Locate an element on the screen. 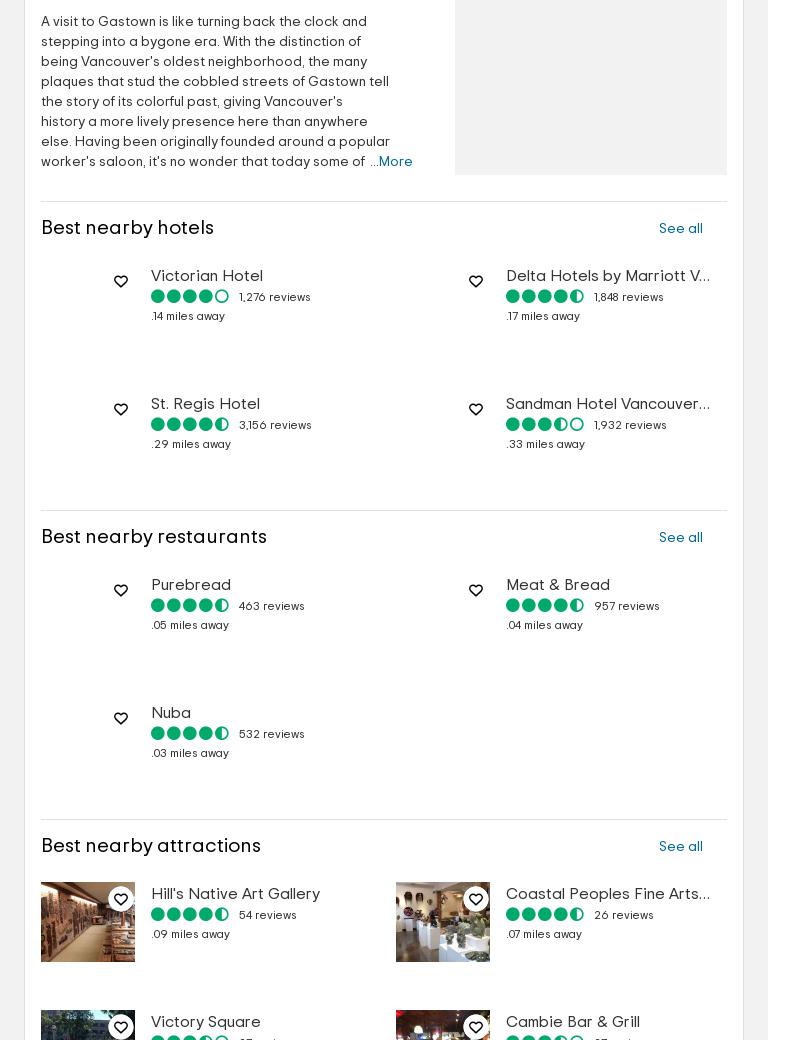 The image size is (805, 1040). '.07 miles away' is located at coordinates (506, 934).